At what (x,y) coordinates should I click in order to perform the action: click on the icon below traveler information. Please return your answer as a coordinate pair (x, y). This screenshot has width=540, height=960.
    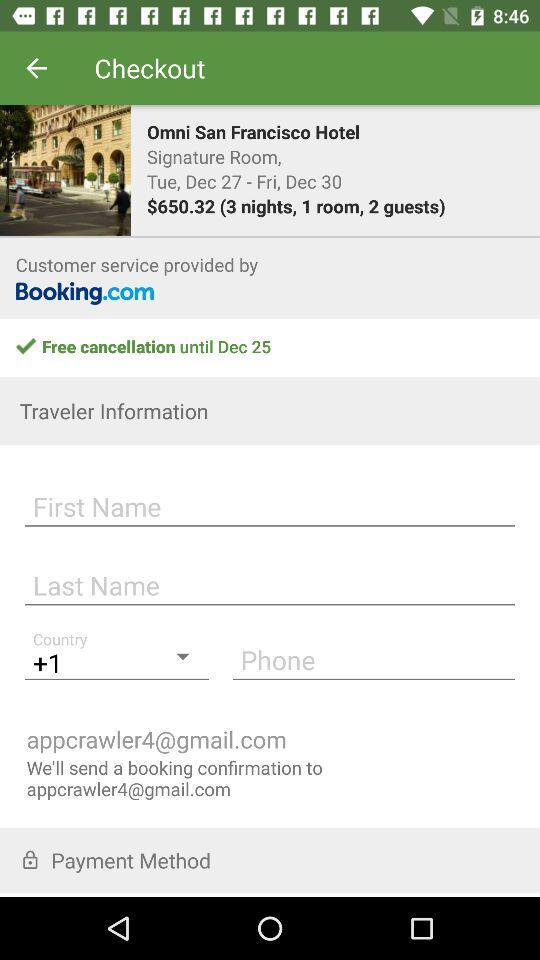
    Looking at the image, I should click on (270, 503).